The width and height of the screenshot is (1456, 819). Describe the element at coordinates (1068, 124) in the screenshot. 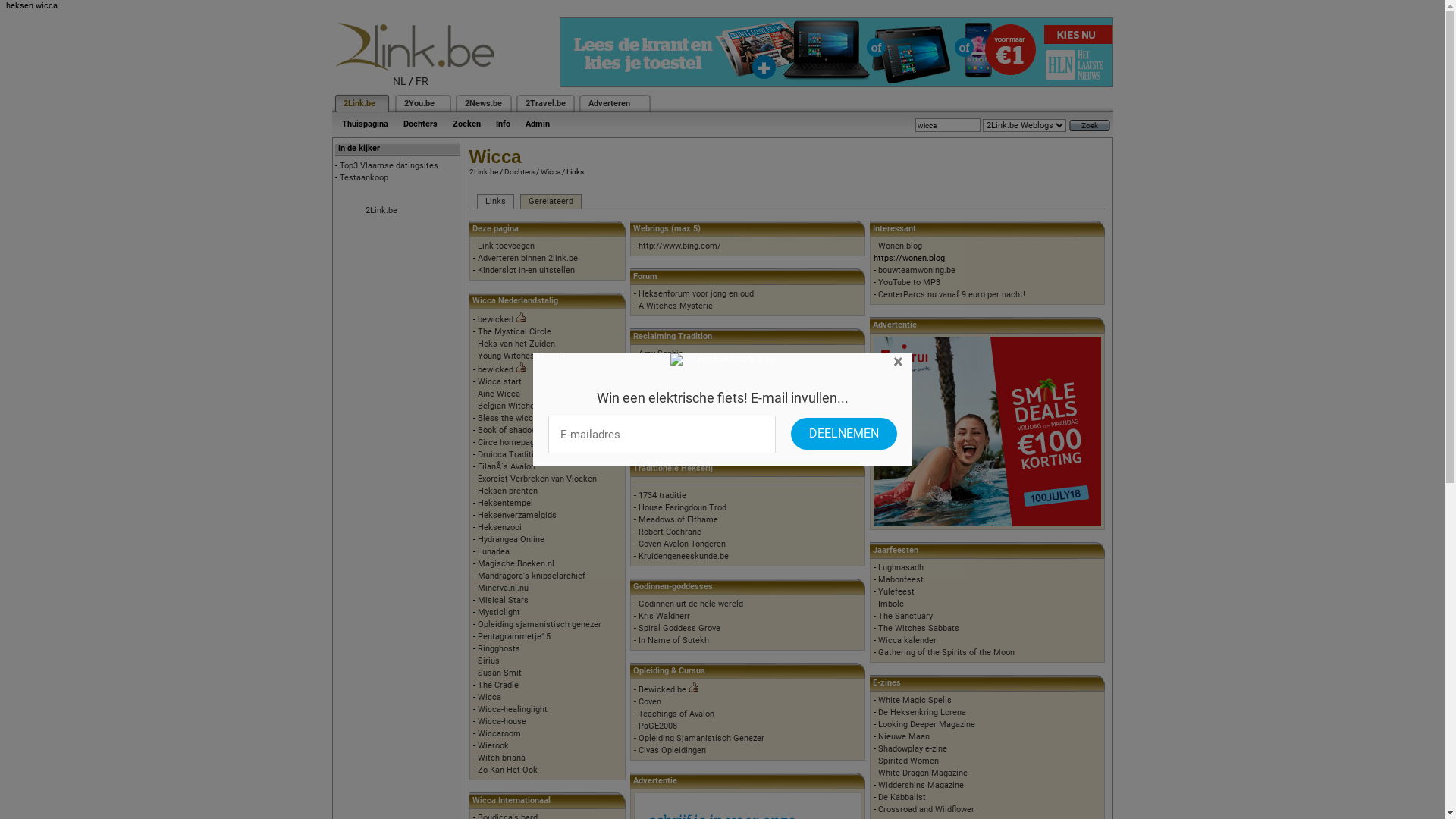

I see `'Zoek'` at that location.